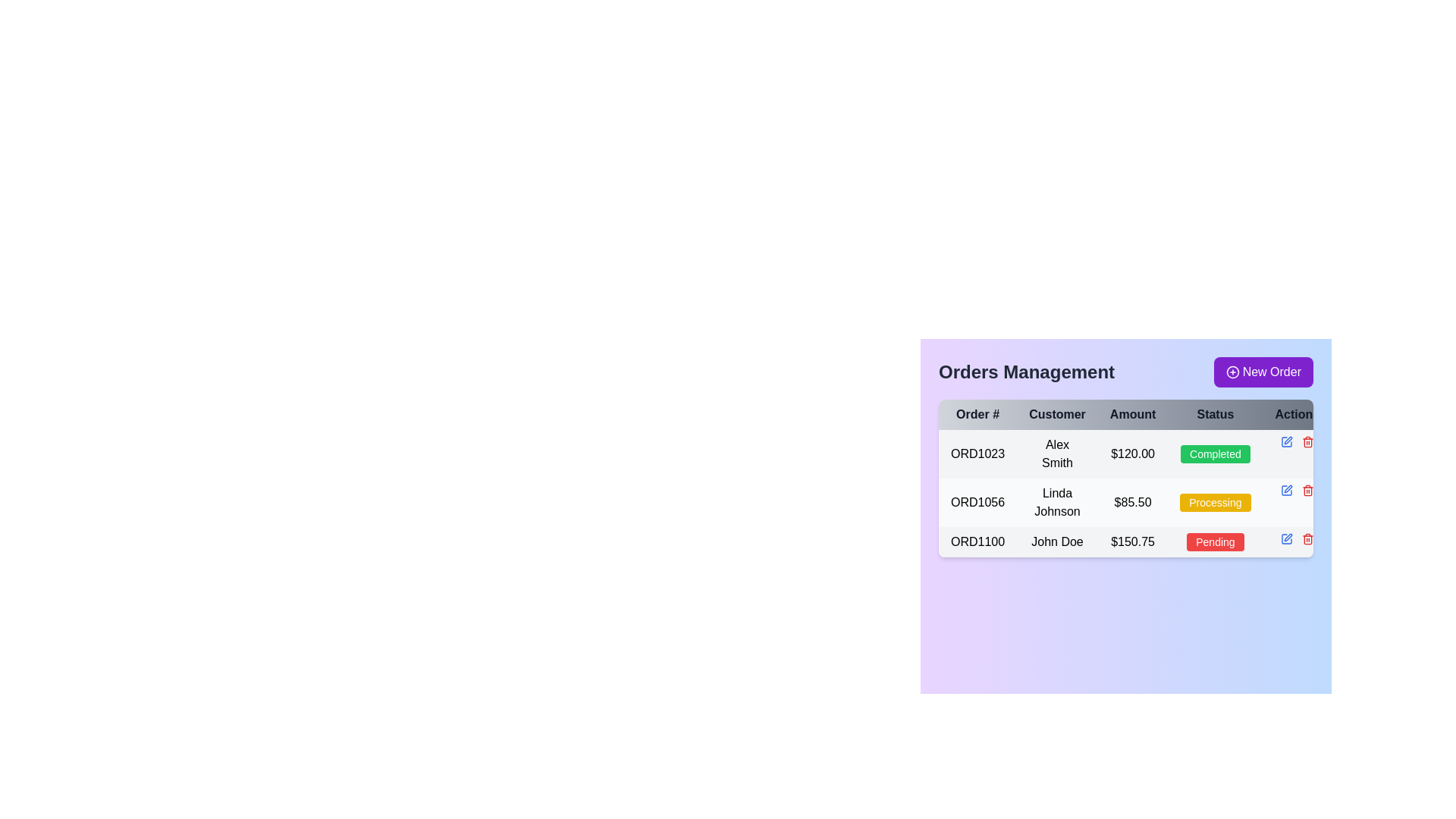 The width and height of the screenshot is (1456, 819). What do you see at coordinates (1296, 415) in the screenshot?
I see `the 'Actions' label, which displays bold black text on a dark gray background, located at the top-right corner of the table structure` at bounding box center [1296, 415].